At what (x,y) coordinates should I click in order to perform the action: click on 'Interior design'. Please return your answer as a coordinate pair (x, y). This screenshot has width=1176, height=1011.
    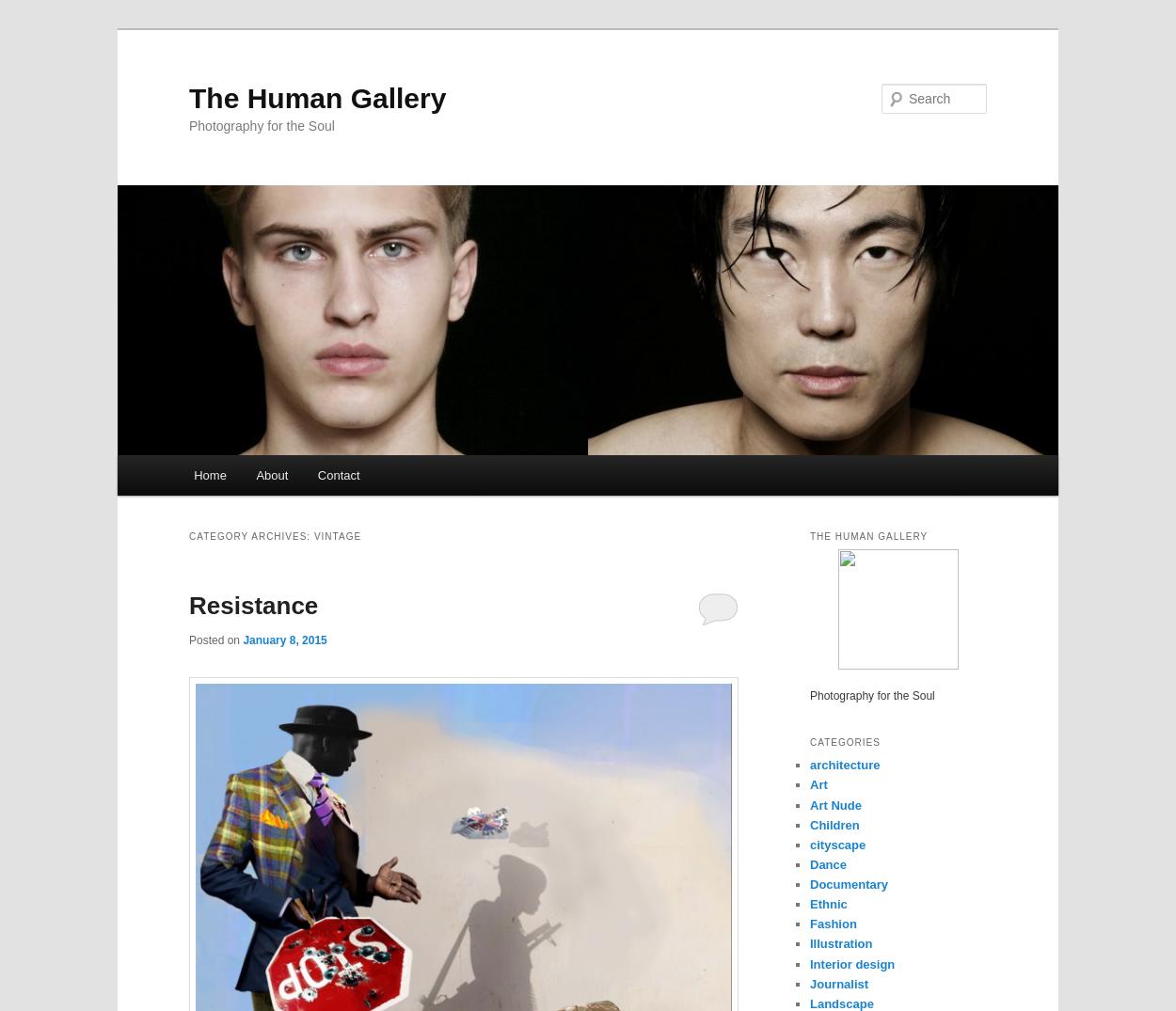
    Looking at the image, I should click on (852, 962).